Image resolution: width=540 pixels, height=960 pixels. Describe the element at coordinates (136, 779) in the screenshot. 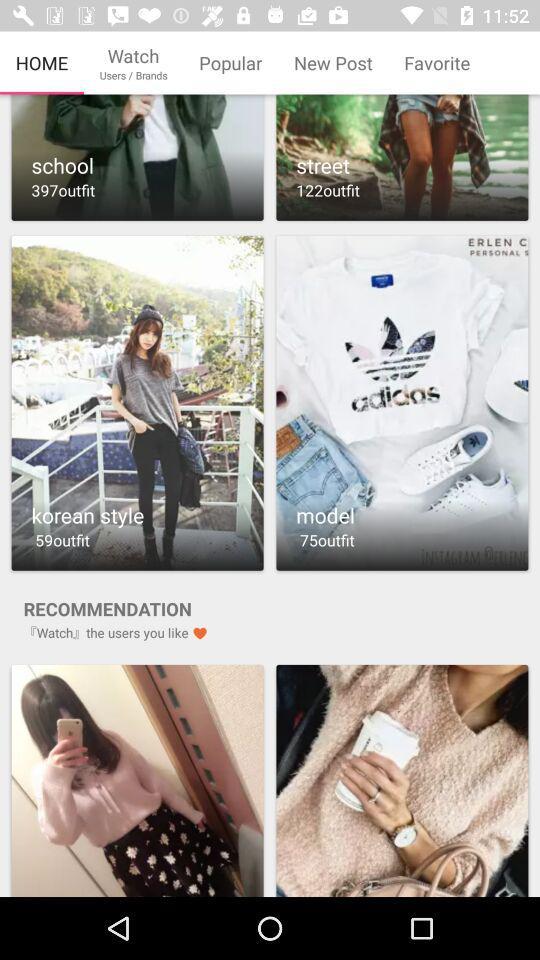

I see `advertisement` at that location.